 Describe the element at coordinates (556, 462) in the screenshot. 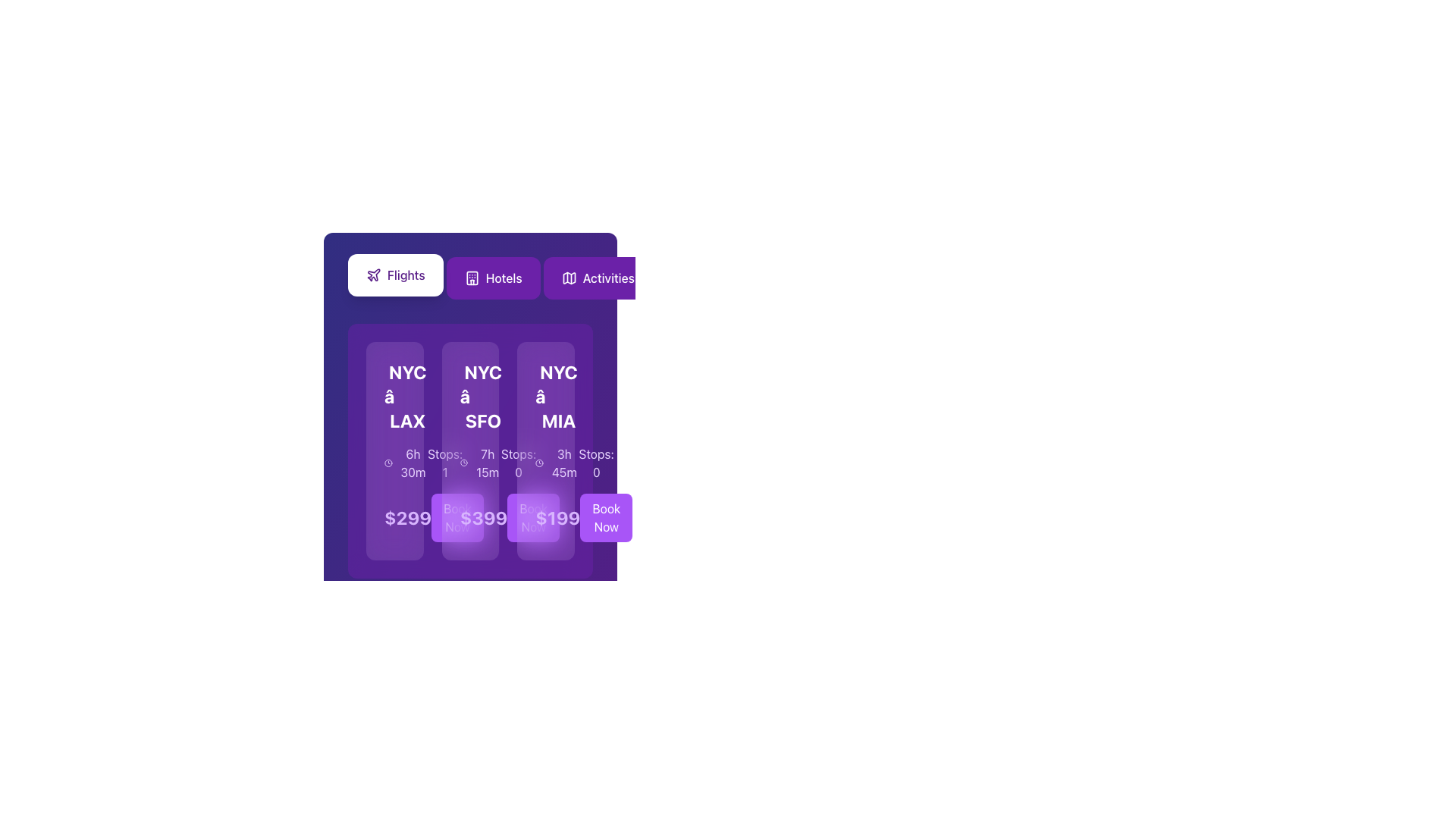

I see `displayed duration of the flight, which is shown as a text label with an associated icon, located in the NYC to MIA flight card in the center-bottom section of the interface` at that location.